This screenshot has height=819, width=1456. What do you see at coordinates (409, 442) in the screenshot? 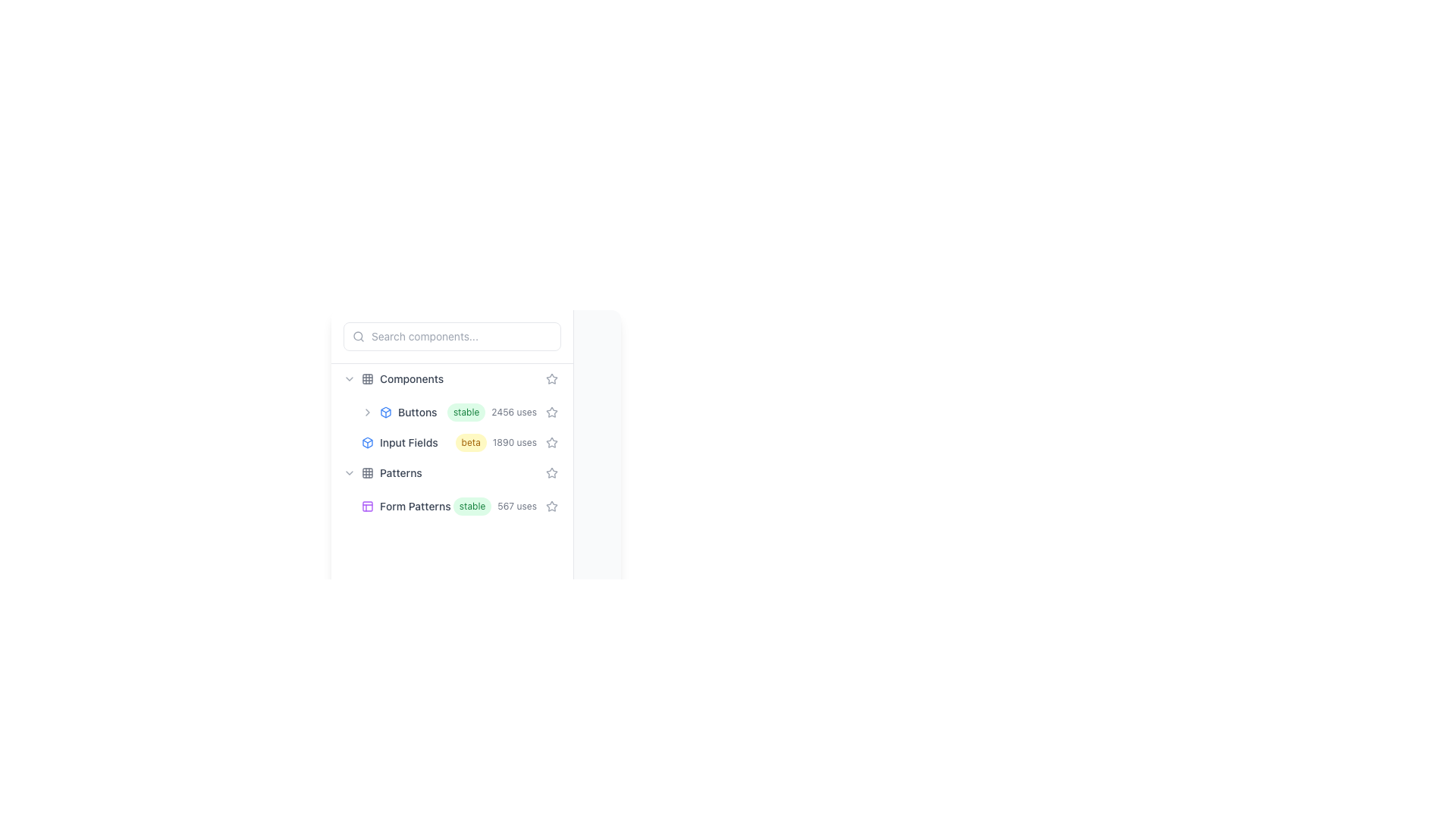
I see `the static text label reading 'Input Fields', which is the second text label under 'Components' and styled in light gray with a smaller font size` at bounding box center [409, 442].